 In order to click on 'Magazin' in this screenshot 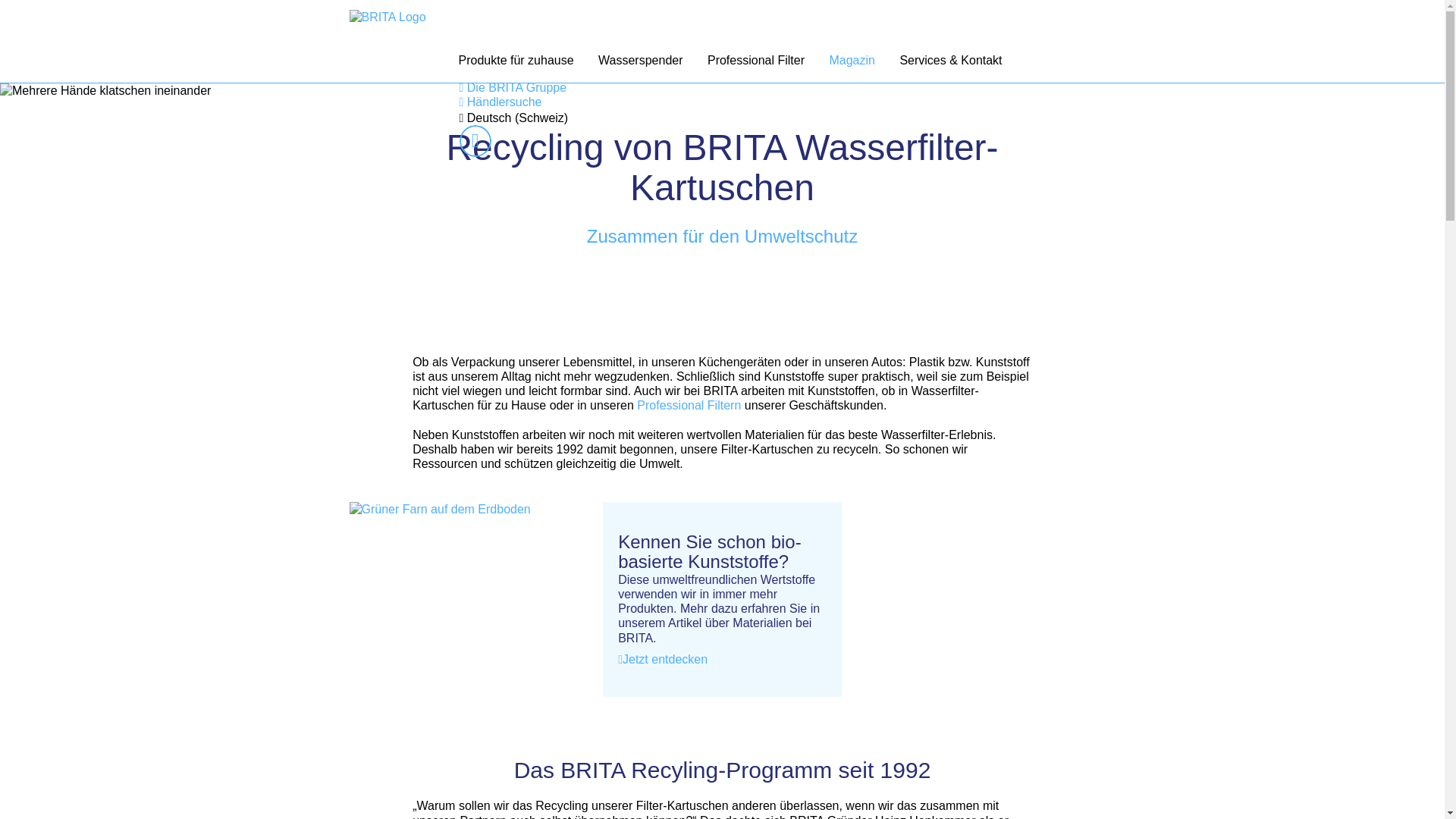, I will do `click(852, 61)`.